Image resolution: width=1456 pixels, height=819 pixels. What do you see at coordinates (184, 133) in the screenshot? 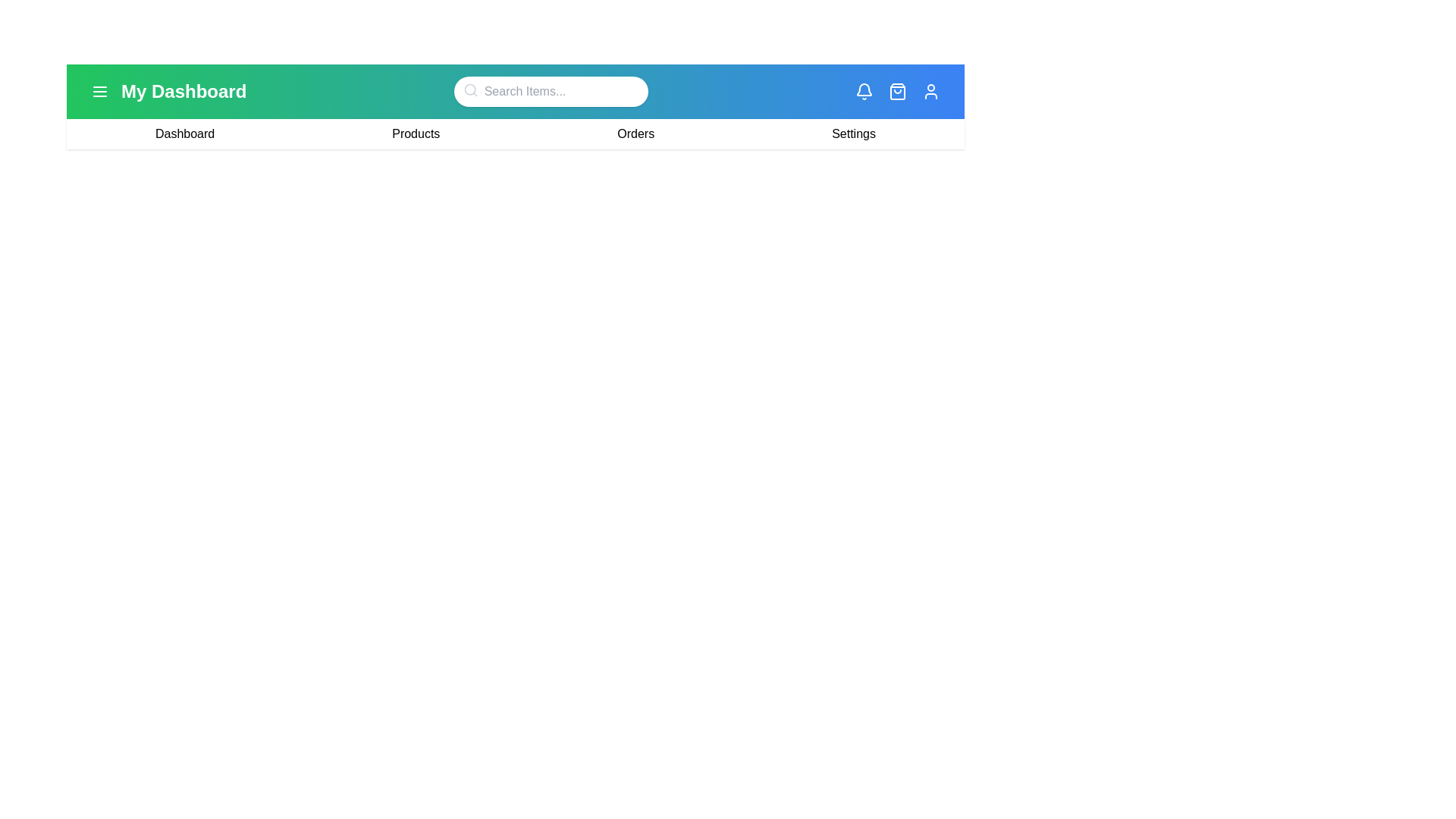
I see `the 'Dashboard' link to navigate to the Dashboard section` at bounding box center [184, 133].